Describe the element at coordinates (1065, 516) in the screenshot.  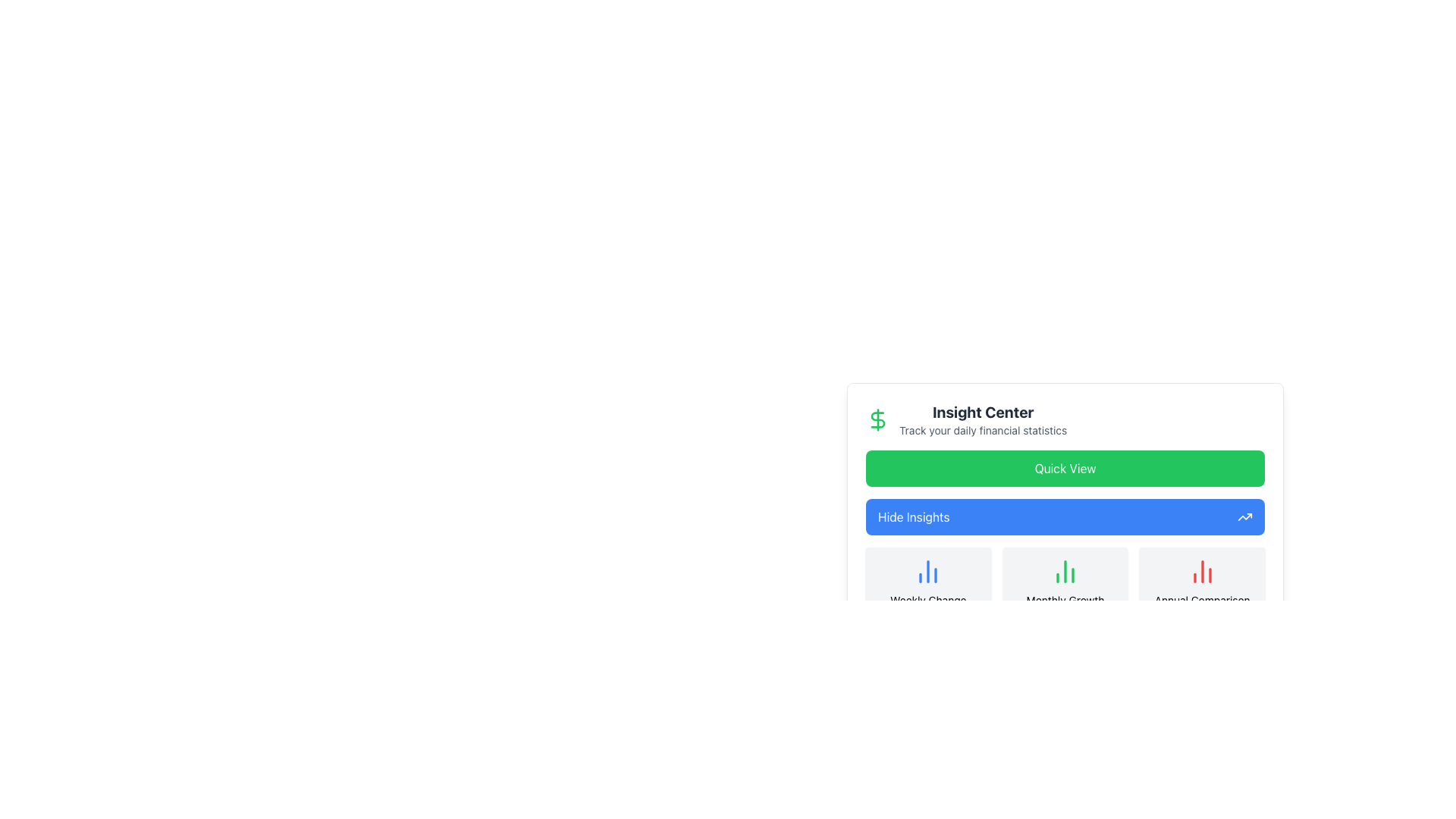
I see `the button that hides insights in the 'Insight Center', positioned below the 'Quick View' button` at that location.